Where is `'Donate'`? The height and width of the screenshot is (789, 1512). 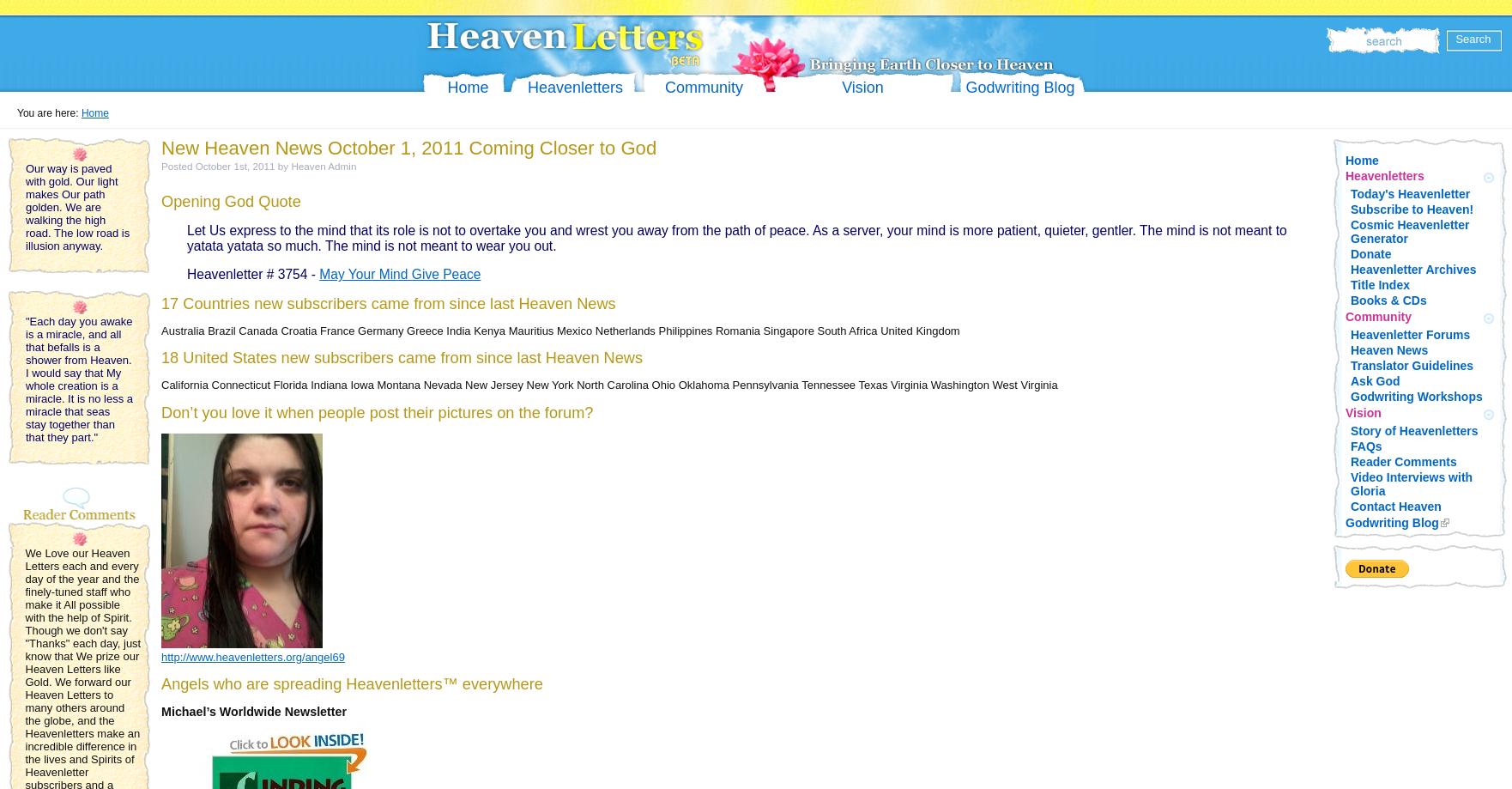
'Donate' is located at coordinates (1370, 253).